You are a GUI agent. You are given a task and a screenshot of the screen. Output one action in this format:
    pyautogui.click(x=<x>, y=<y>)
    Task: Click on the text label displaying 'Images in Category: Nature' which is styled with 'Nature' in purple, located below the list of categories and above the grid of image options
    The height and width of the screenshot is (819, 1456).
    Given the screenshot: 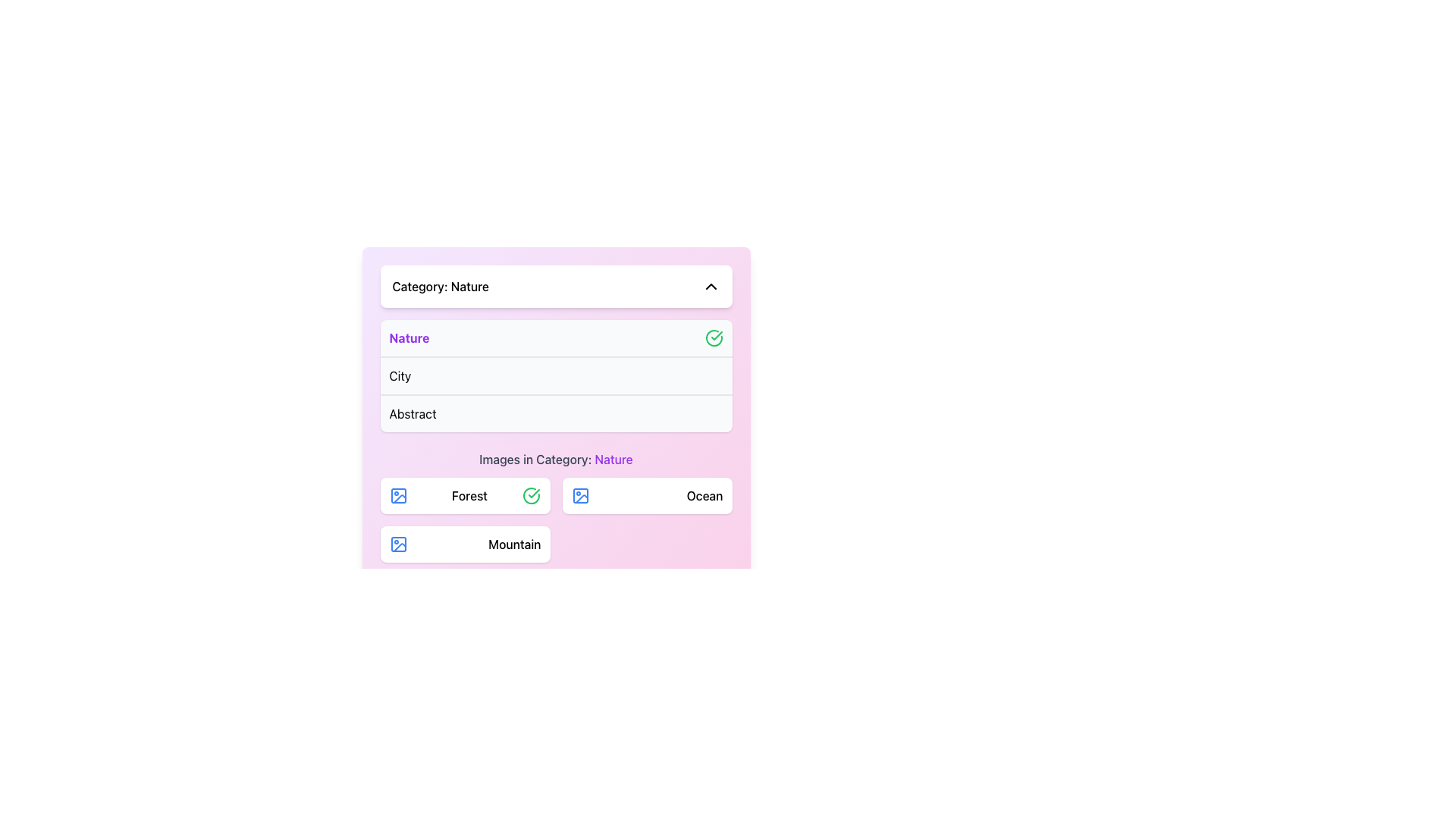 What is the action you would take?
    pyautogui.click(x=555, y=458)
    